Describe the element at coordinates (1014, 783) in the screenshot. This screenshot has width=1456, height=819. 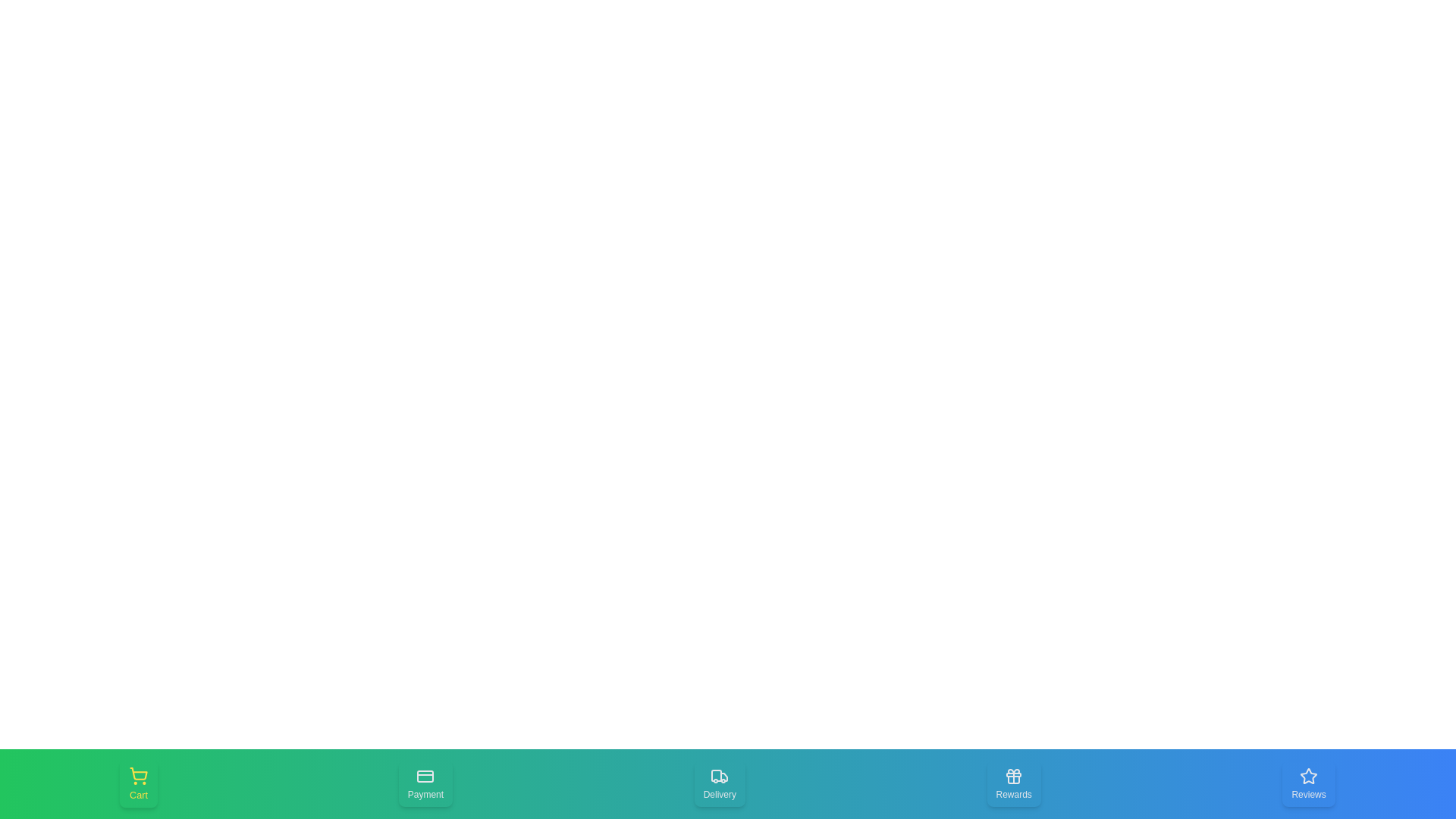
I see `the Rewards navigation tab` at that location.